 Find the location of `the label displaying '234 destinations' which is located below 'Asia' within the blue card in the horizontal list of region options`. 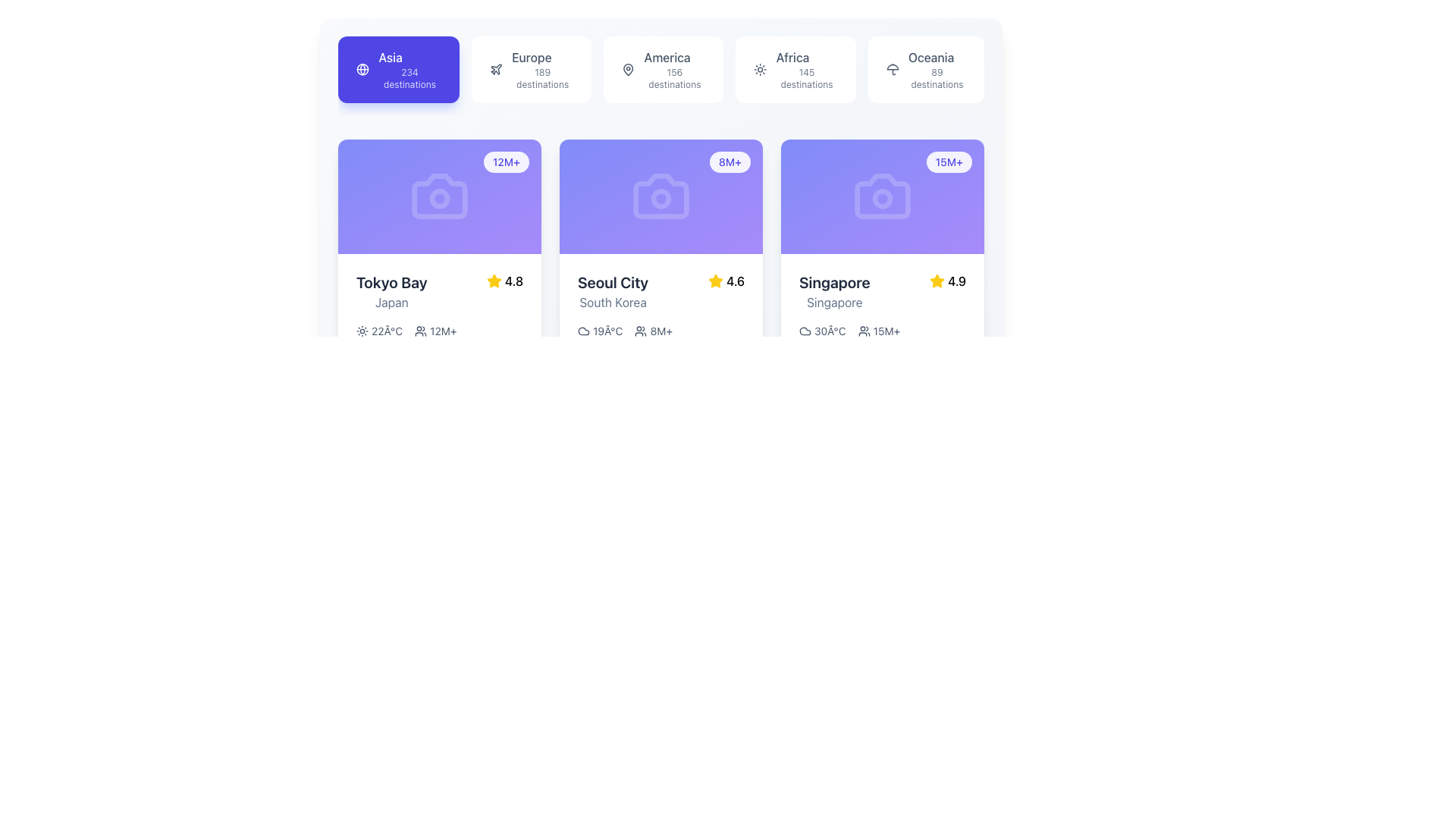

the label displaying '234 destinations' which is located below 'Asia' within the blue card in the horizontal list of region options is located at coordinates (409, 79).